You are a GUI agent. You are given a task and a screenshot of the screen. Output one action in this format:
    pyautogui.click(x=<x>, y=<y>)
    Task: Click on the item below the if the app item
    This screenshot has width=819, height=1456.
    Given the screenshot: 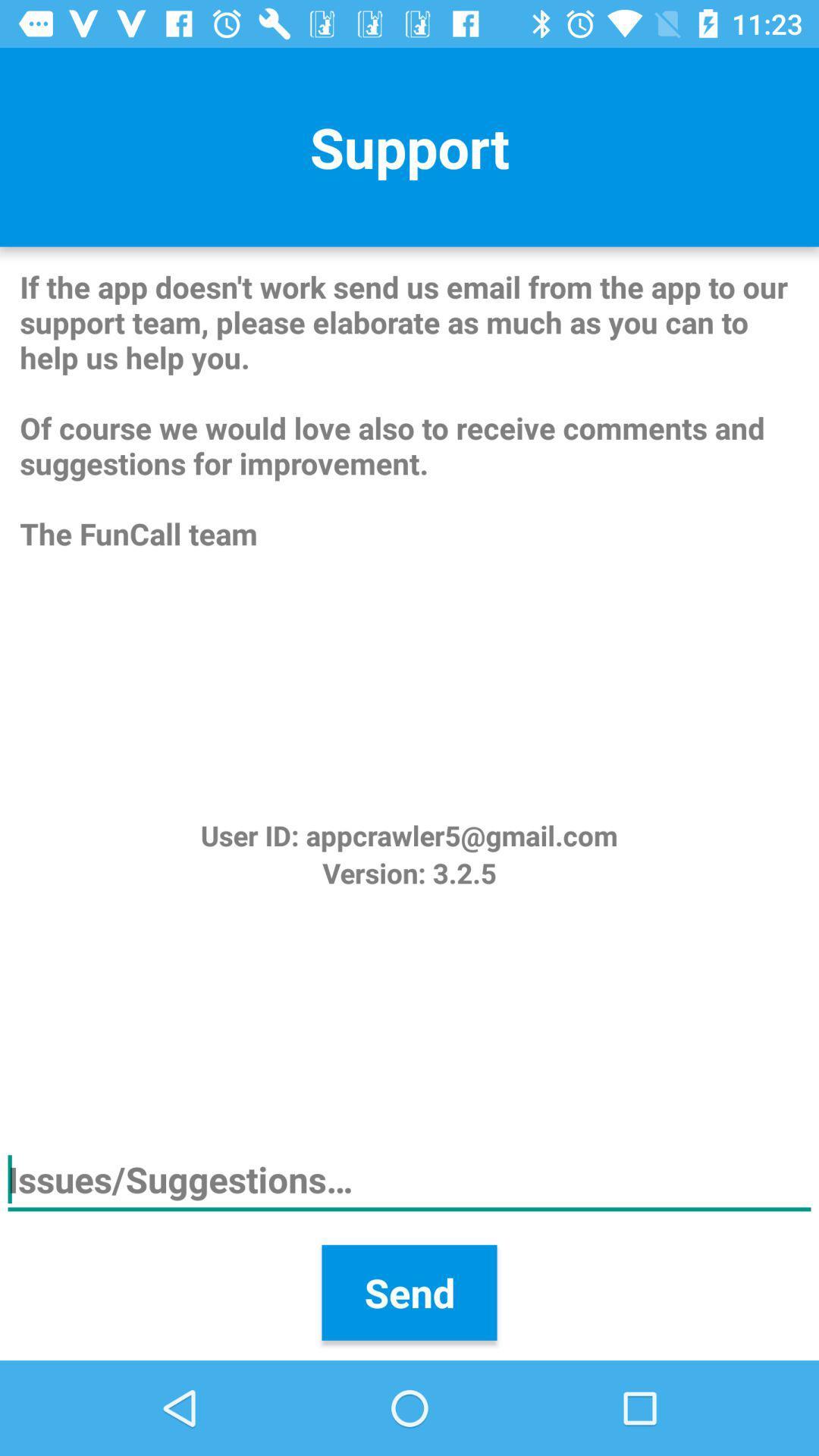 What is the action you would take?
    pyautogui.click(x=408, y=834)
    